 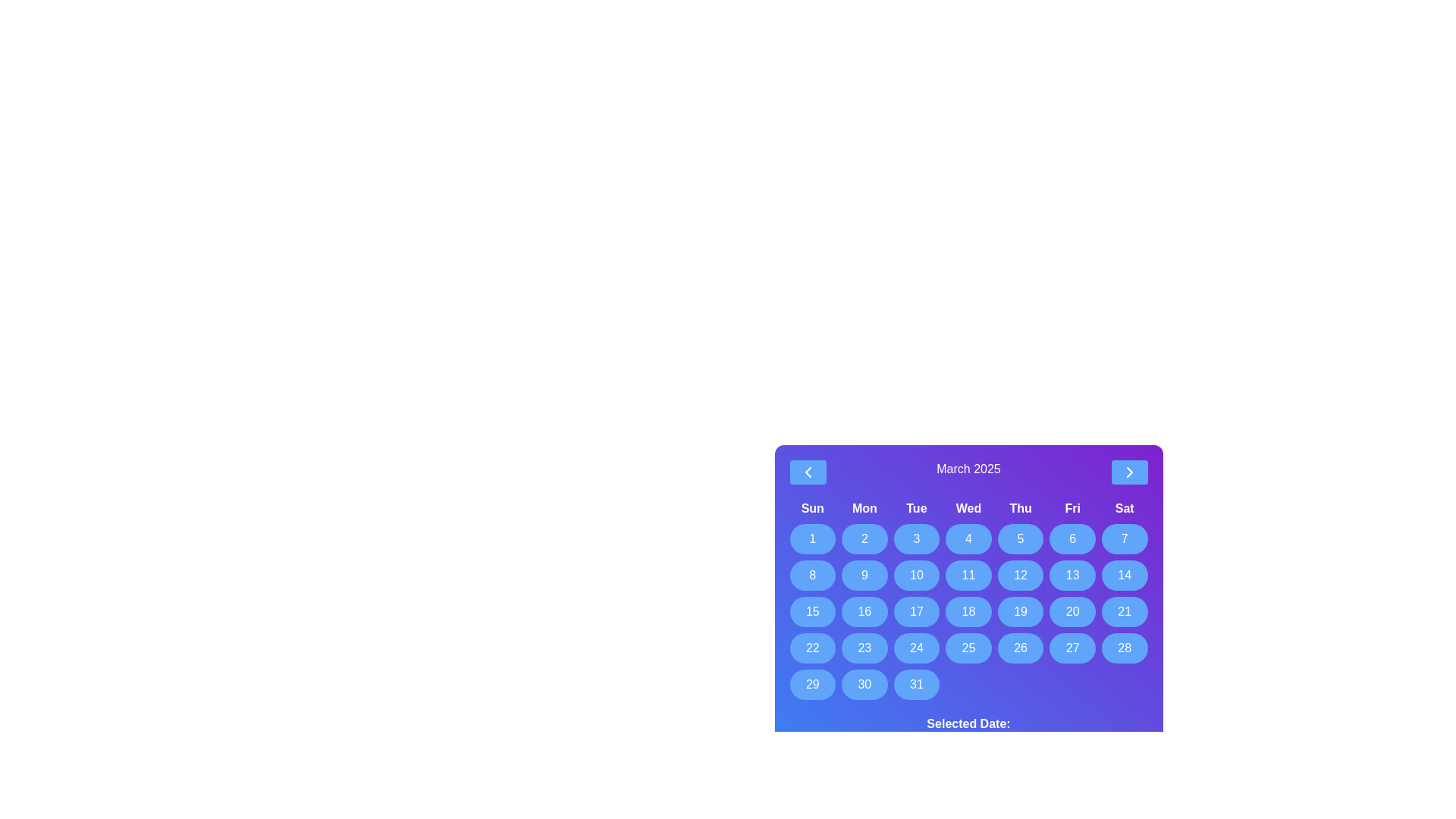 I want to click on the button, so click(x=1072, y=648).